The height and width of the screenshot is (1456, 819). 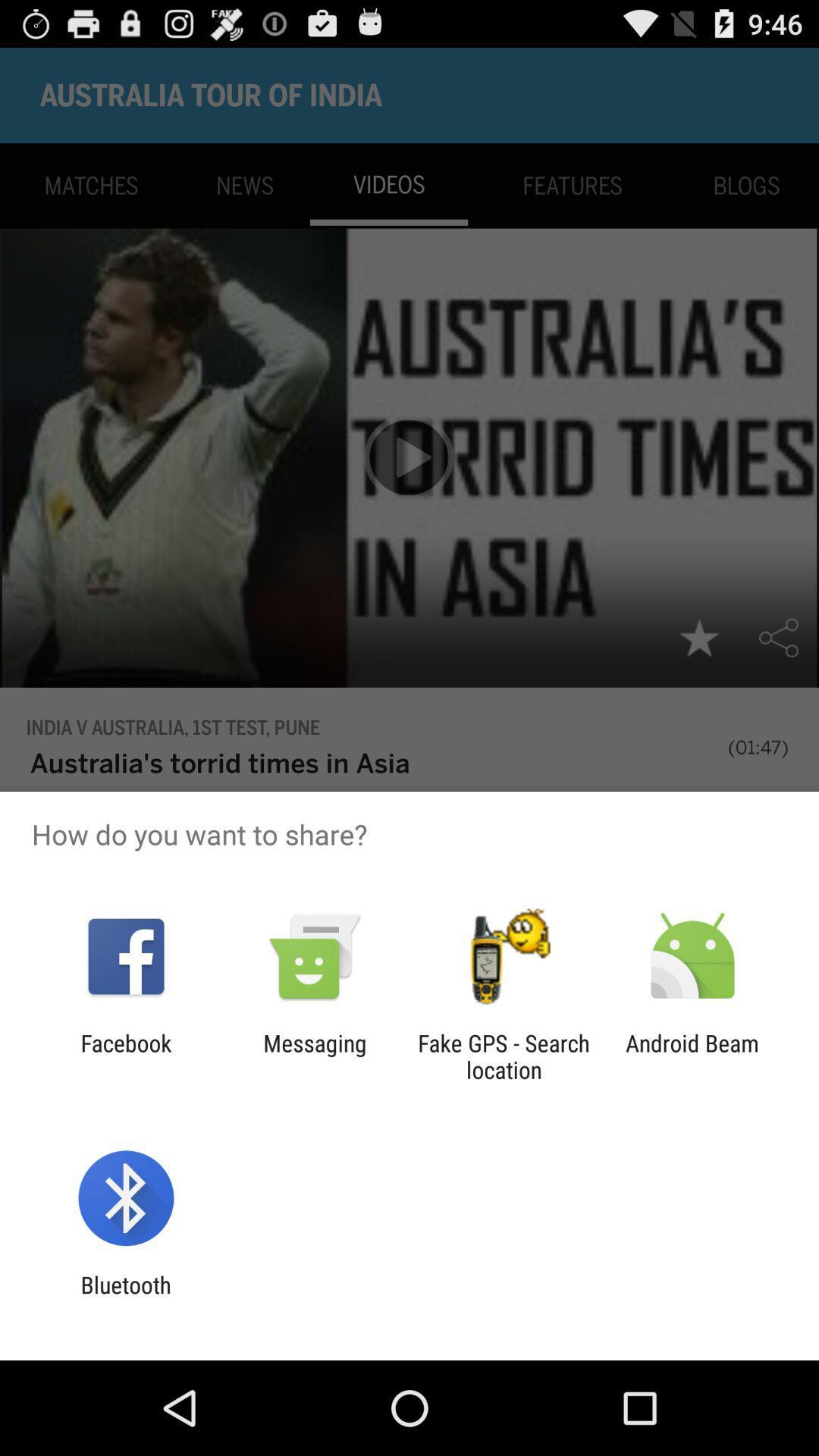 What do you see at coordinates (692, 1056) in the screenshot?
I see `android beam` at bounding box center [692, 1056].